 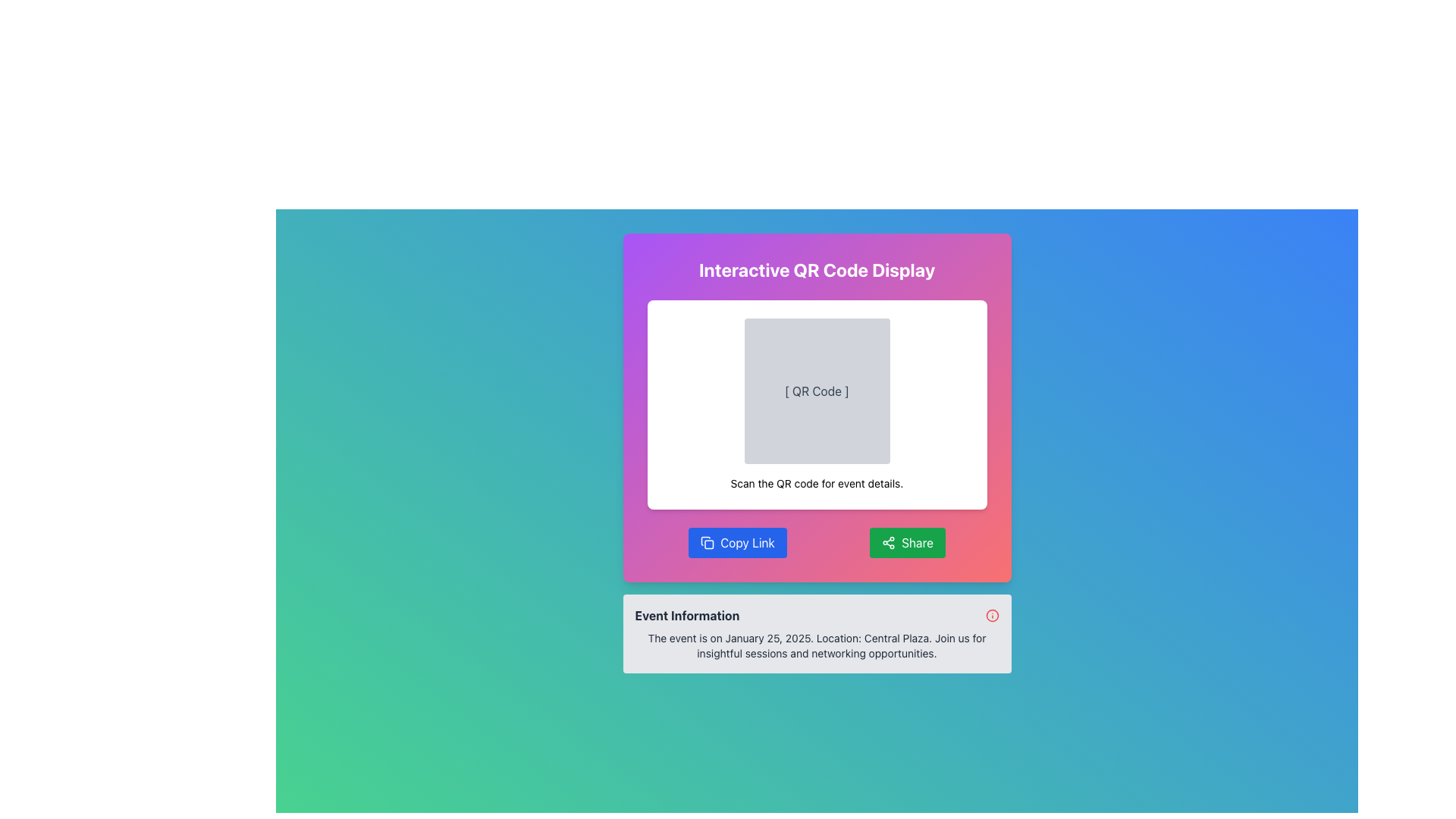 What do you see at coordinates (816, 483) in the screenshot?
I see `the instructional text label located below the QR code graphic` at bounding box center [816, 483].